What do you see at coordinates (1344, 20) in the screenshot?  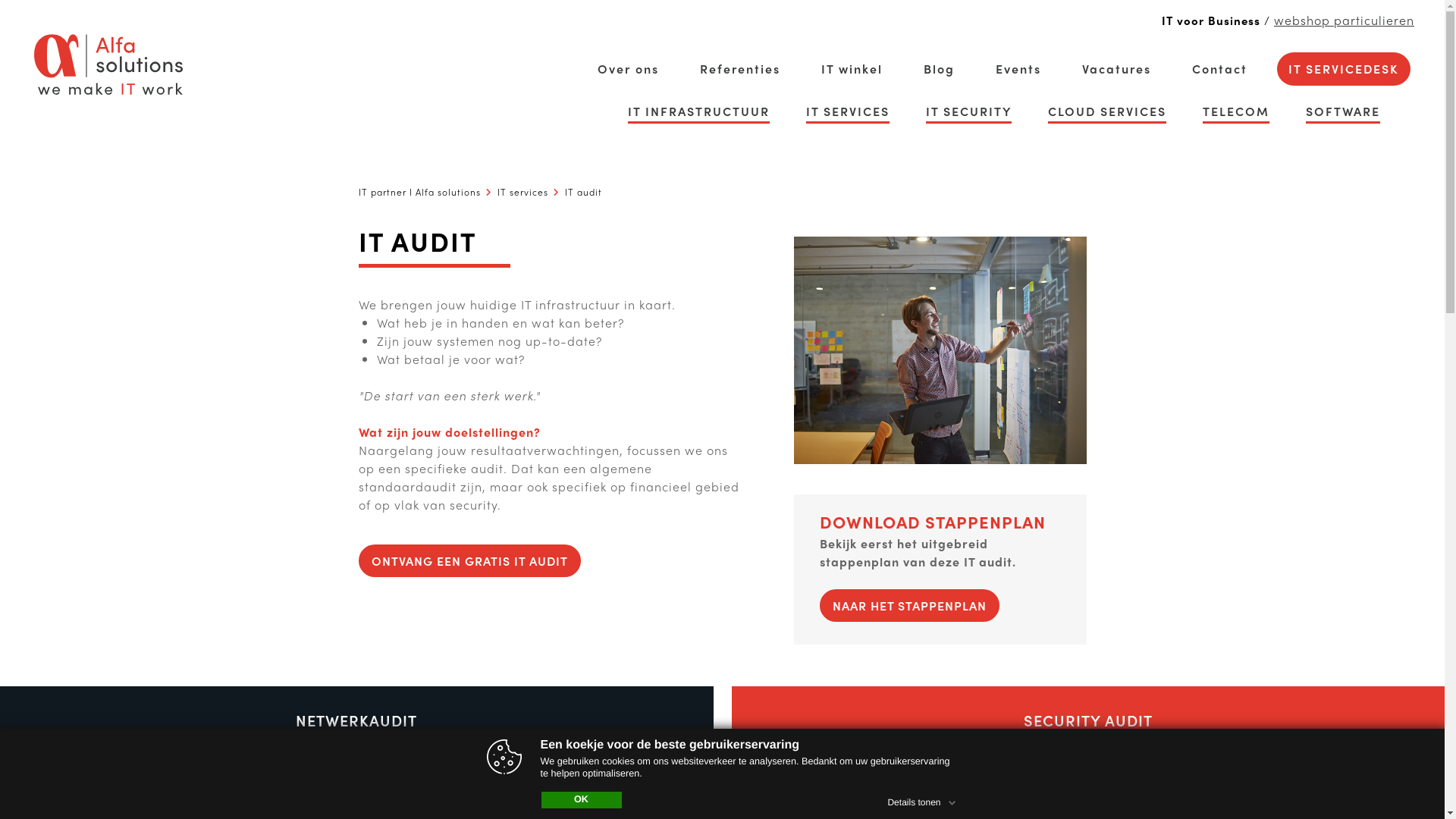 I see `'webshop particulieren'` at bounding box center [1344, 20].